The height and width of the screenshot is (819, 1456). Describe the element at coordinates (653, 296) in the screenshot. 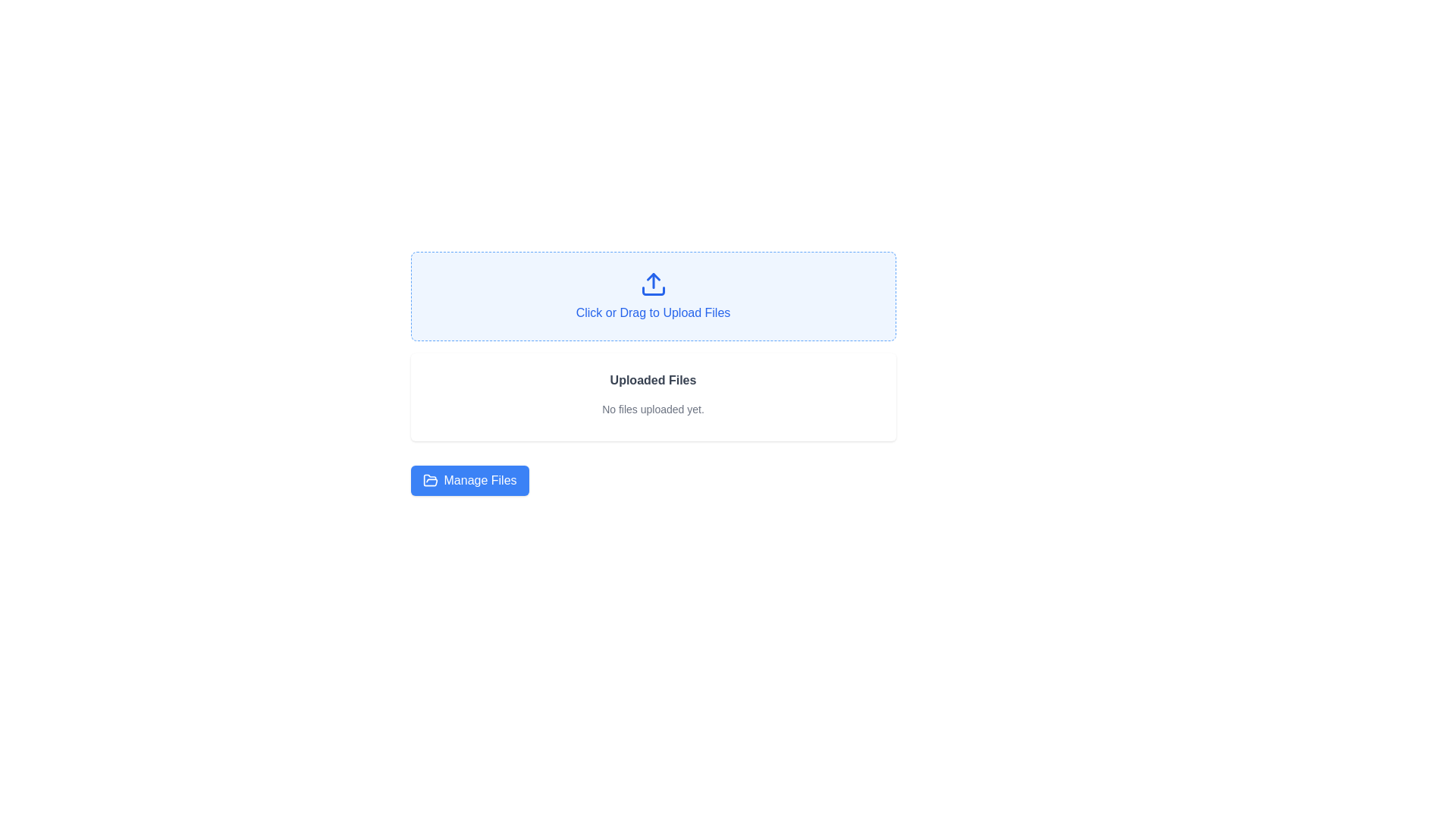

I see `the Drag-and-drop upload zone, which is a rectangular box with rounded corners, light blue background, and dashed blue border` at that location.